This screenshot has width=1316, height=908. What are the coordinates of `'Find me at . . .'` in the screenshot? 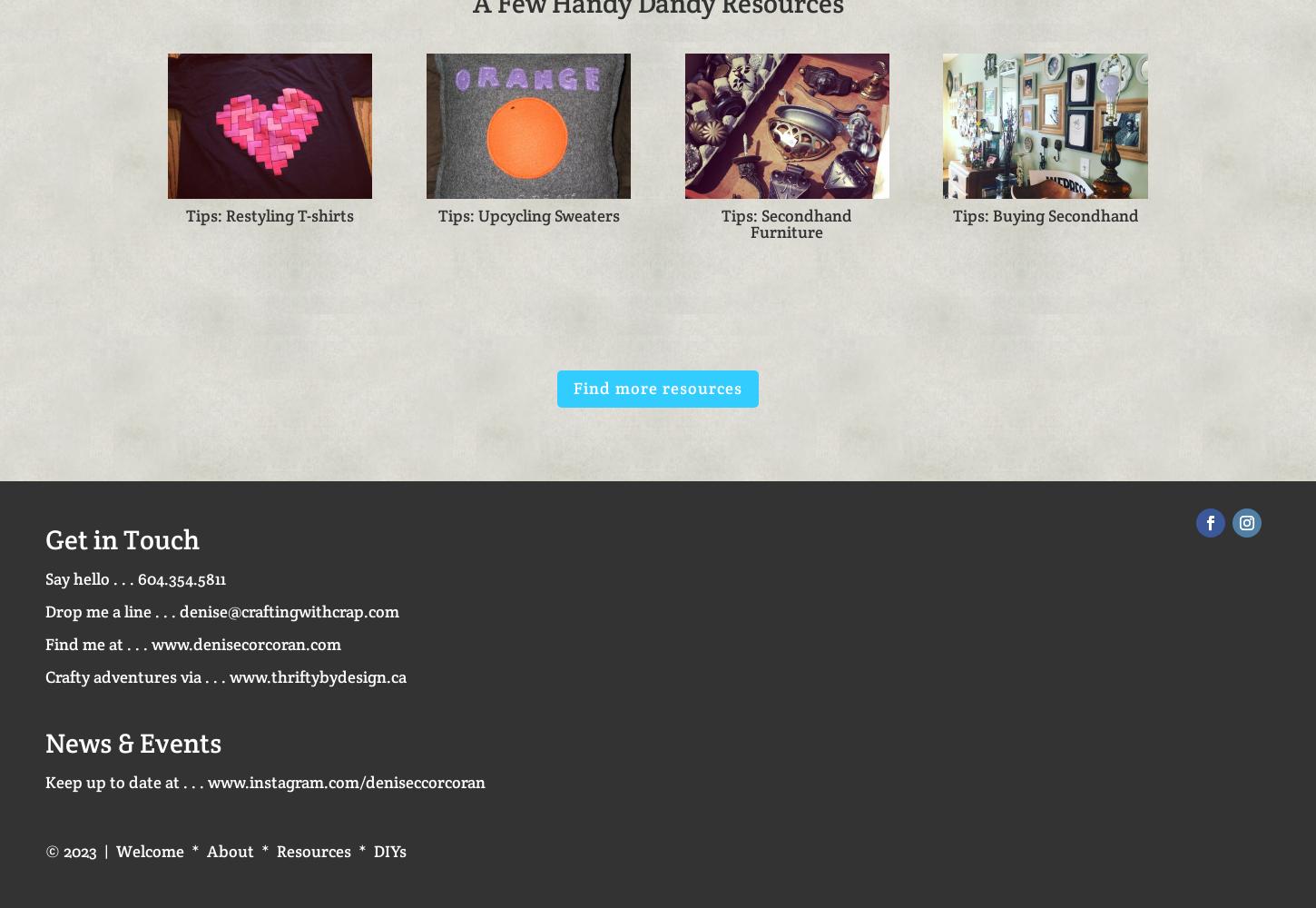 It's located at (98, 643).